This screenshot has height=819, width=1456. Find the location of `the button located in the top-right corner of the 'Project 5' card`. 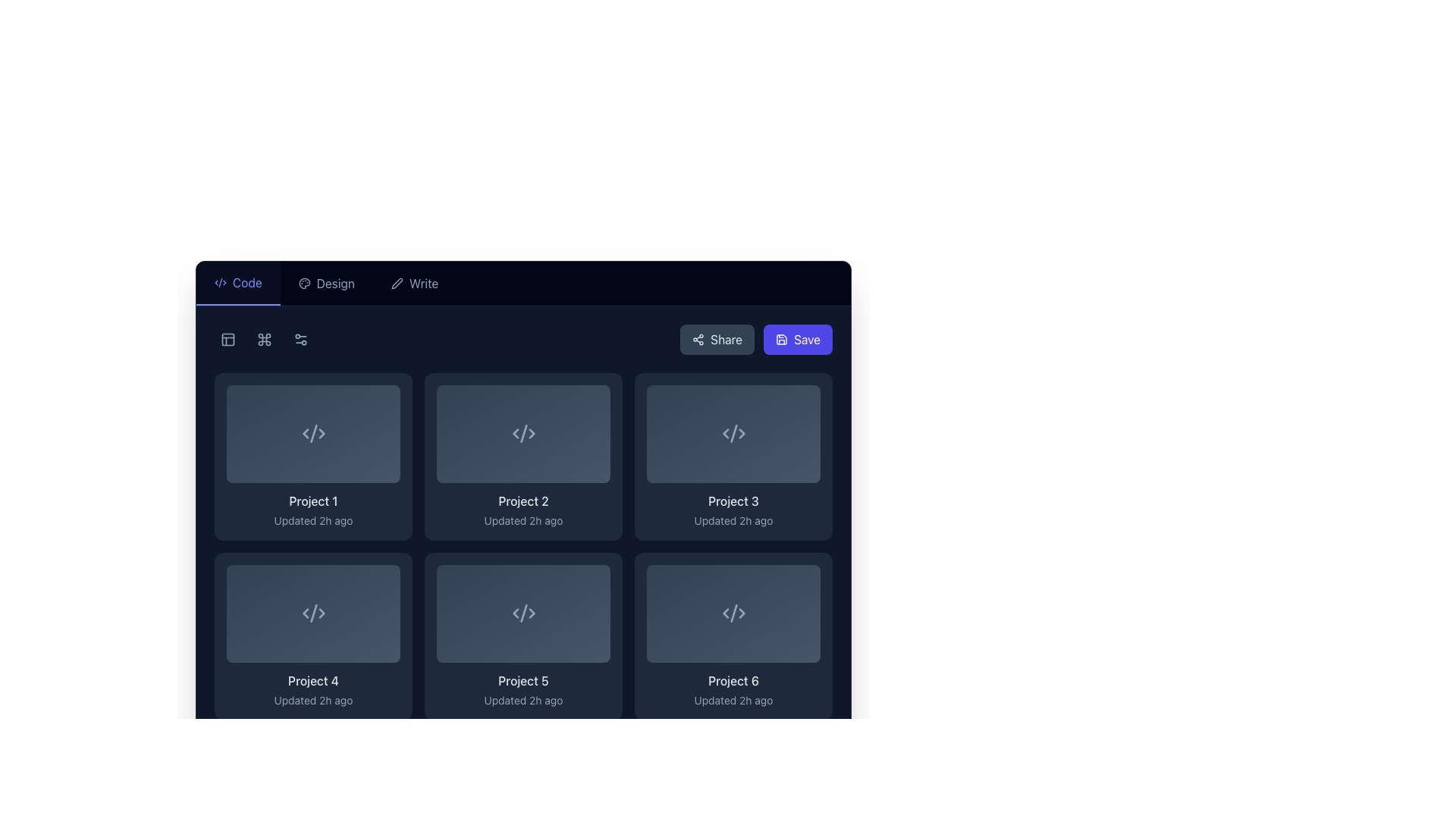

the button located in the top-right corner of the 'Project 5' card is located at coordinates (607, 567).